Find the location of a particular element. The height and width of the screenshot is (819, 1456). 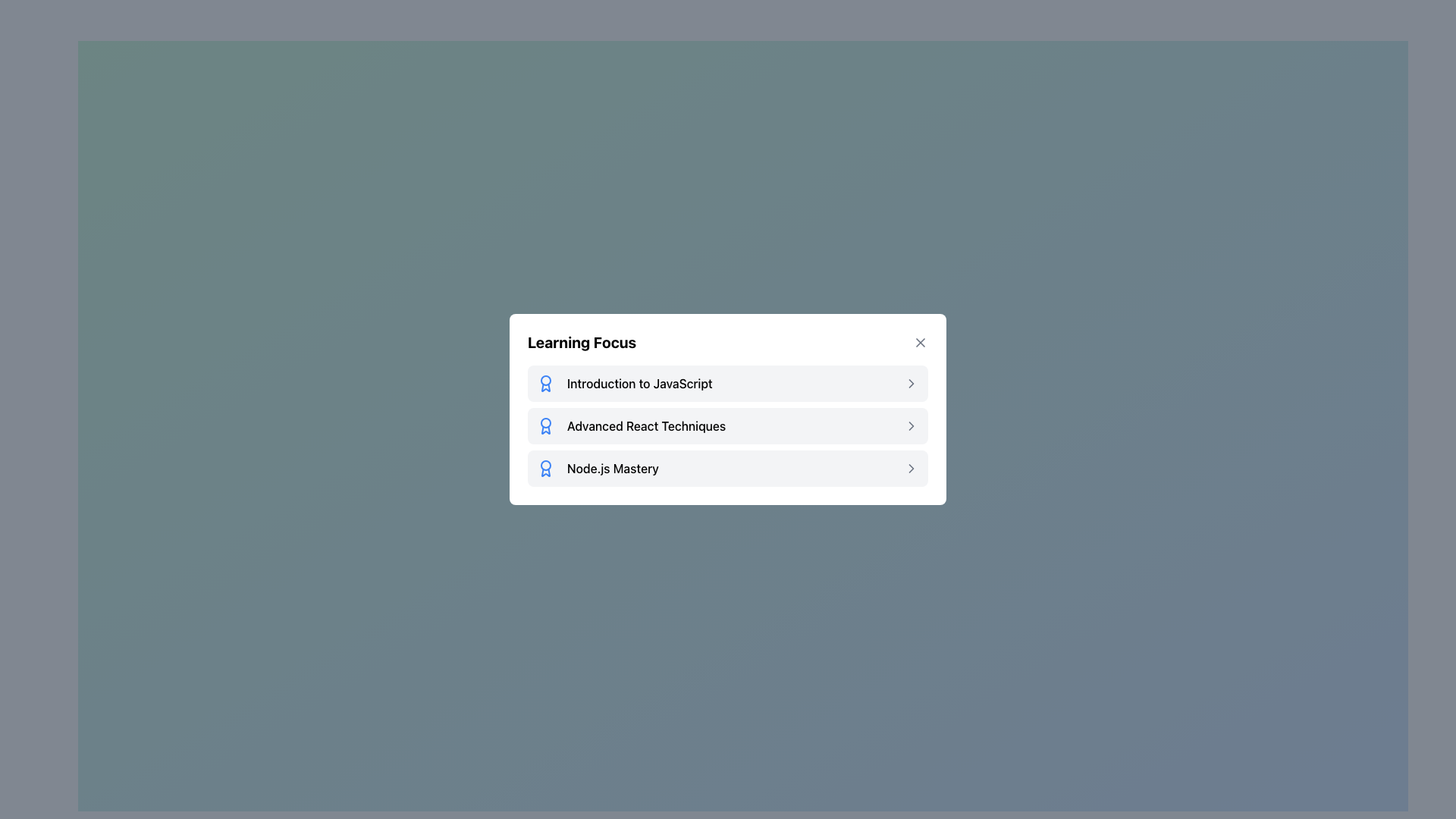

the chevron icon located at the rightmost end of the 'Advanced React Techniques' row in the 'Learning Focus' list is located at coordinates (910, 426).